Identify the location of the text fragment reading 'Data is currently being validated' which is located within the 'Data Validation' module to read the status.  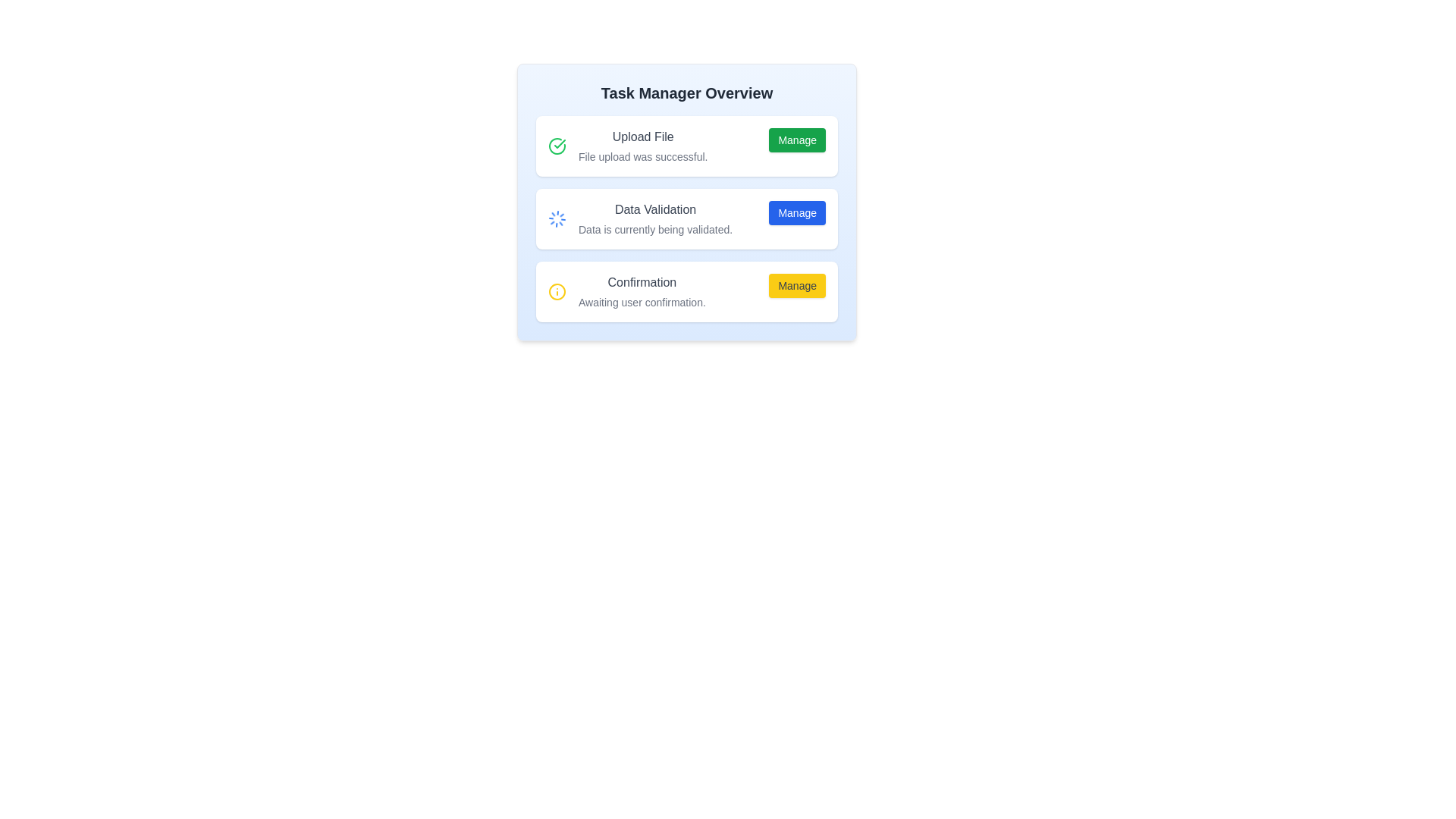
(655, 230).